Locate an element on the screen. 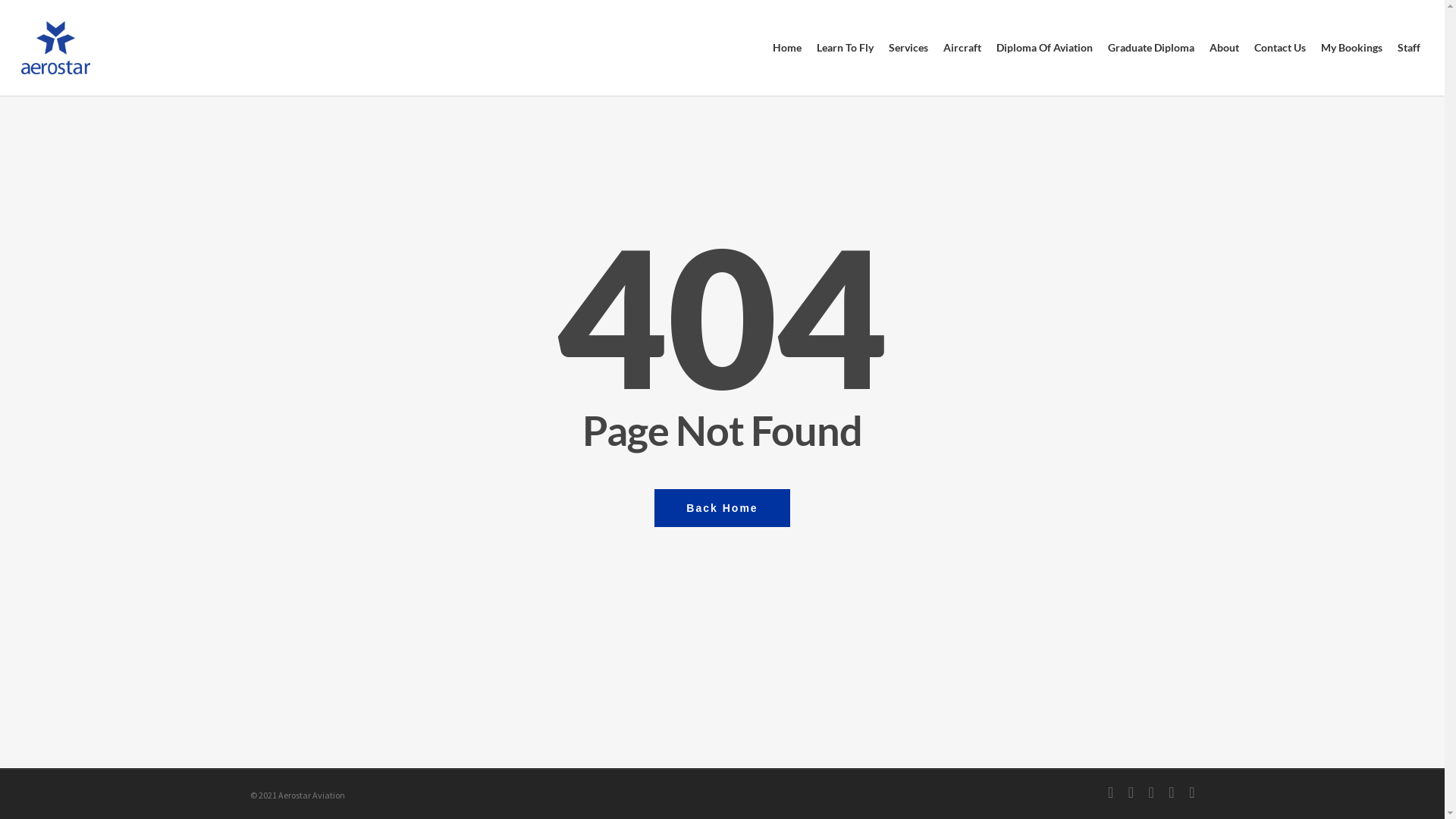  'Aircraft' is located at coordinates (961, 46).